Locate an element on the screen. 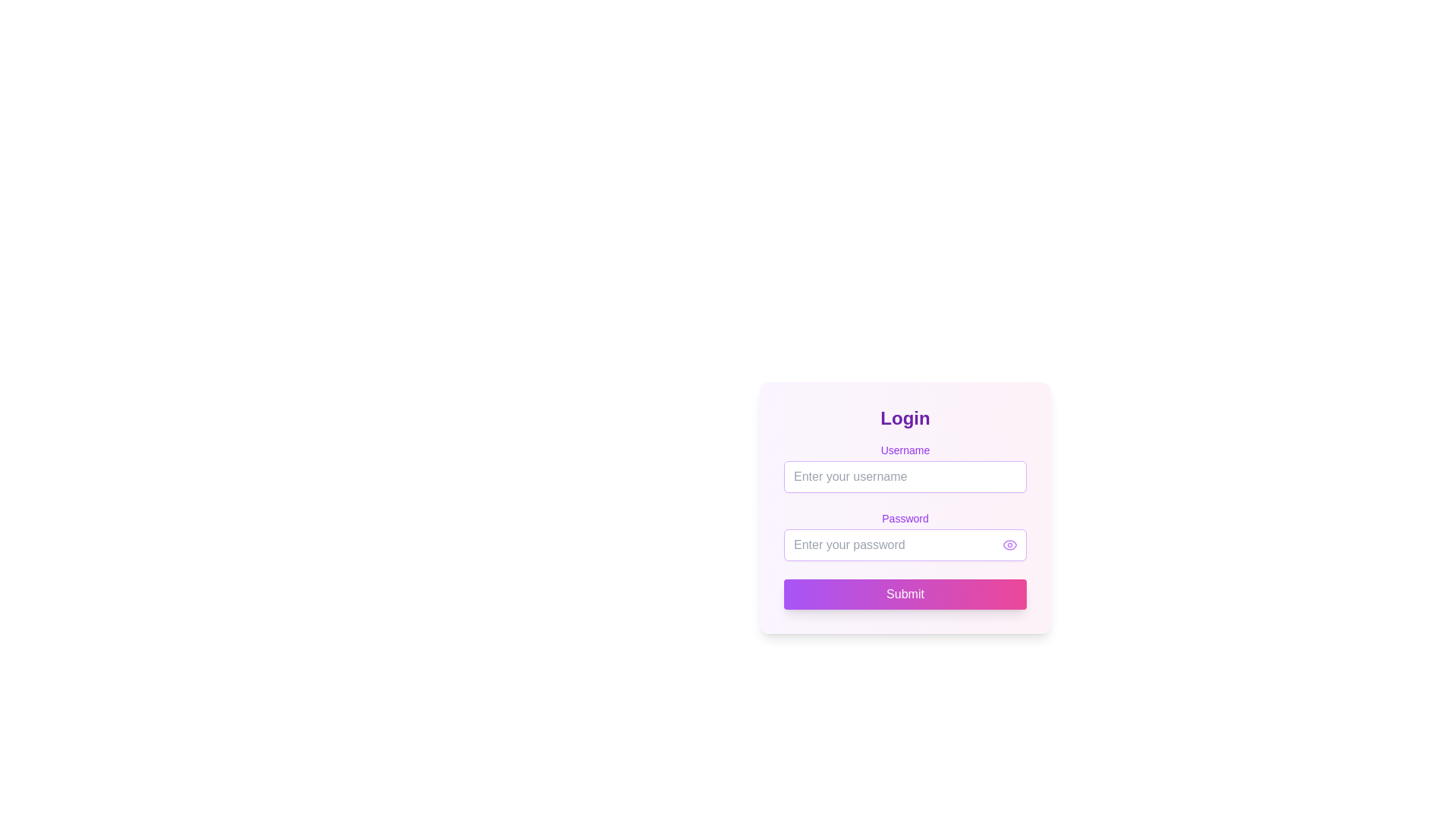 The height and width of the screenshot is (819, 1456). label above the username input field for accessibility purposes is located at coordinates (905, 450).